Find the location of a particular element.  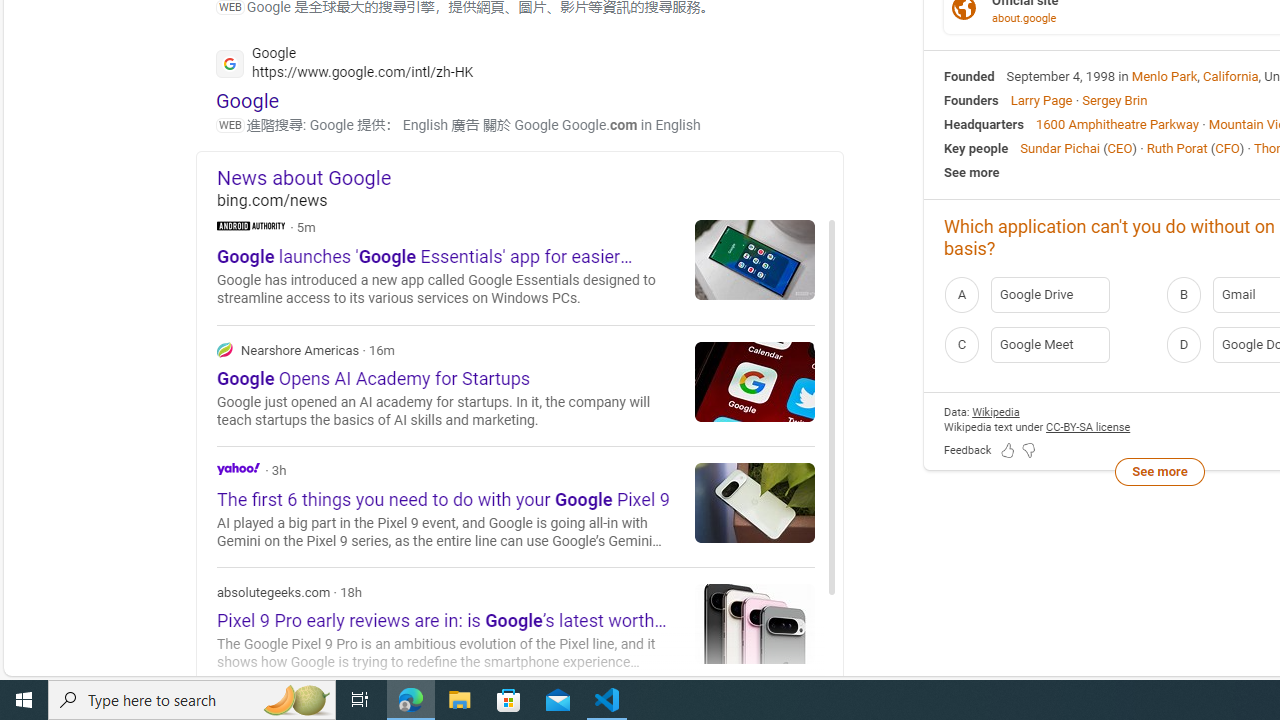

'1600 Amphitheatre Parkway' is located at coordinates (1116, 123).